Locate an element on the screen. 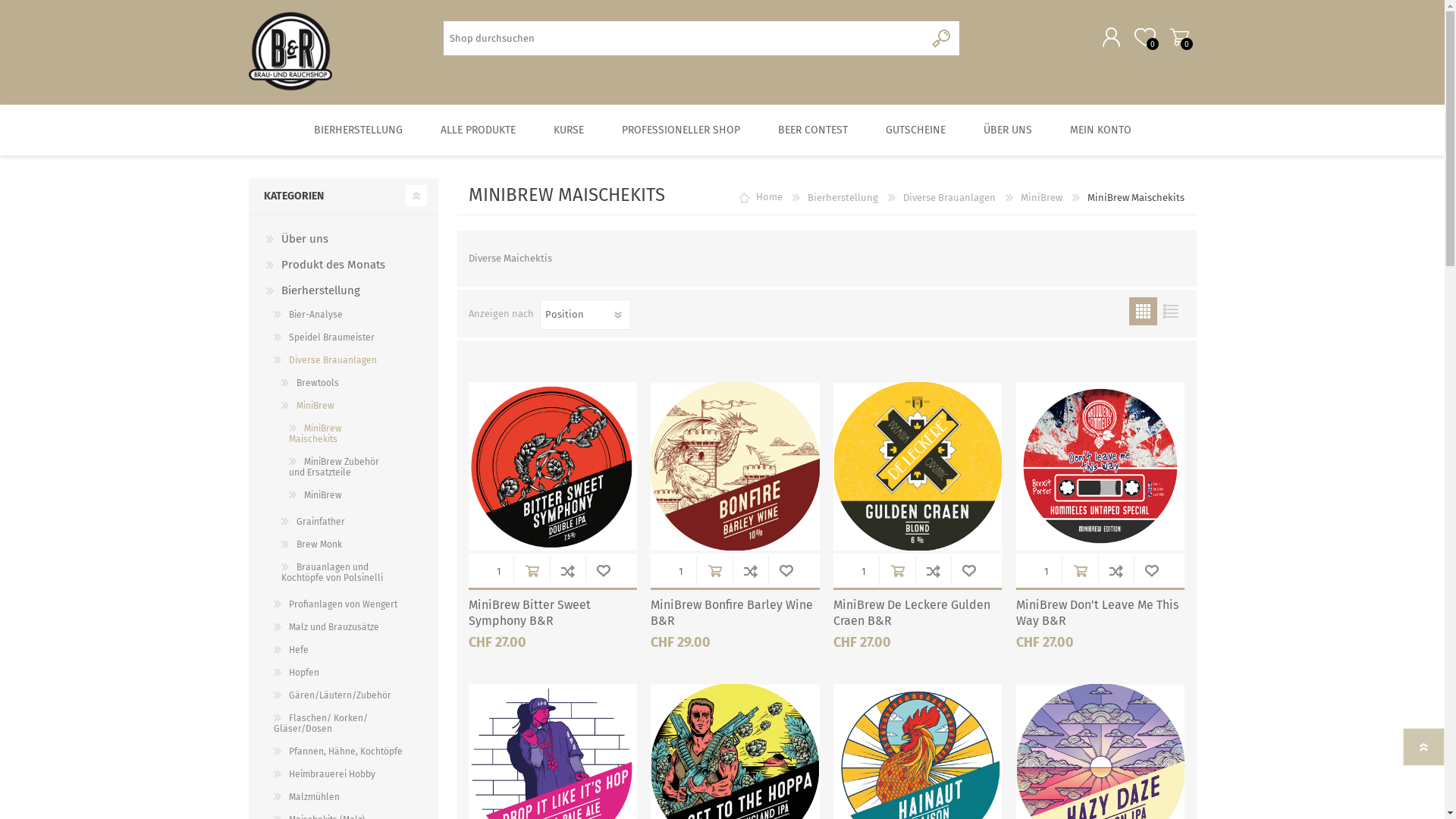  'in Warenkorb' is located at coordinates (532, 570).